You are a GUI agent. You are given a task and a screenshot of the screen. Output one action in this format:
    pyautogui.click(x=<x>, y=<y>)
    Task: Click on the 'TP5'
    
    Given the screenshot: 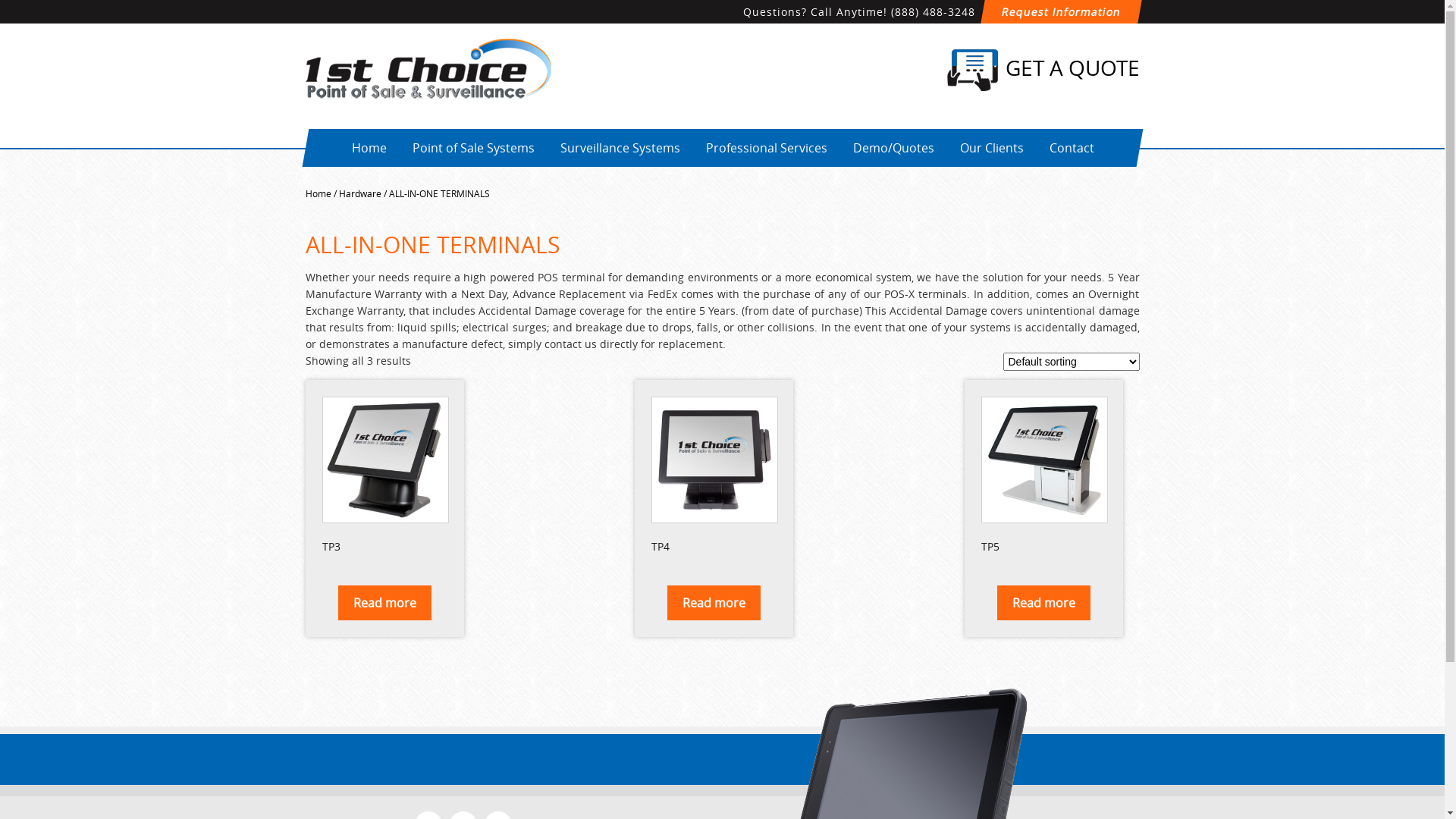 What is the action you would take?
    pyautogui.click(x=1043, y=476)
    